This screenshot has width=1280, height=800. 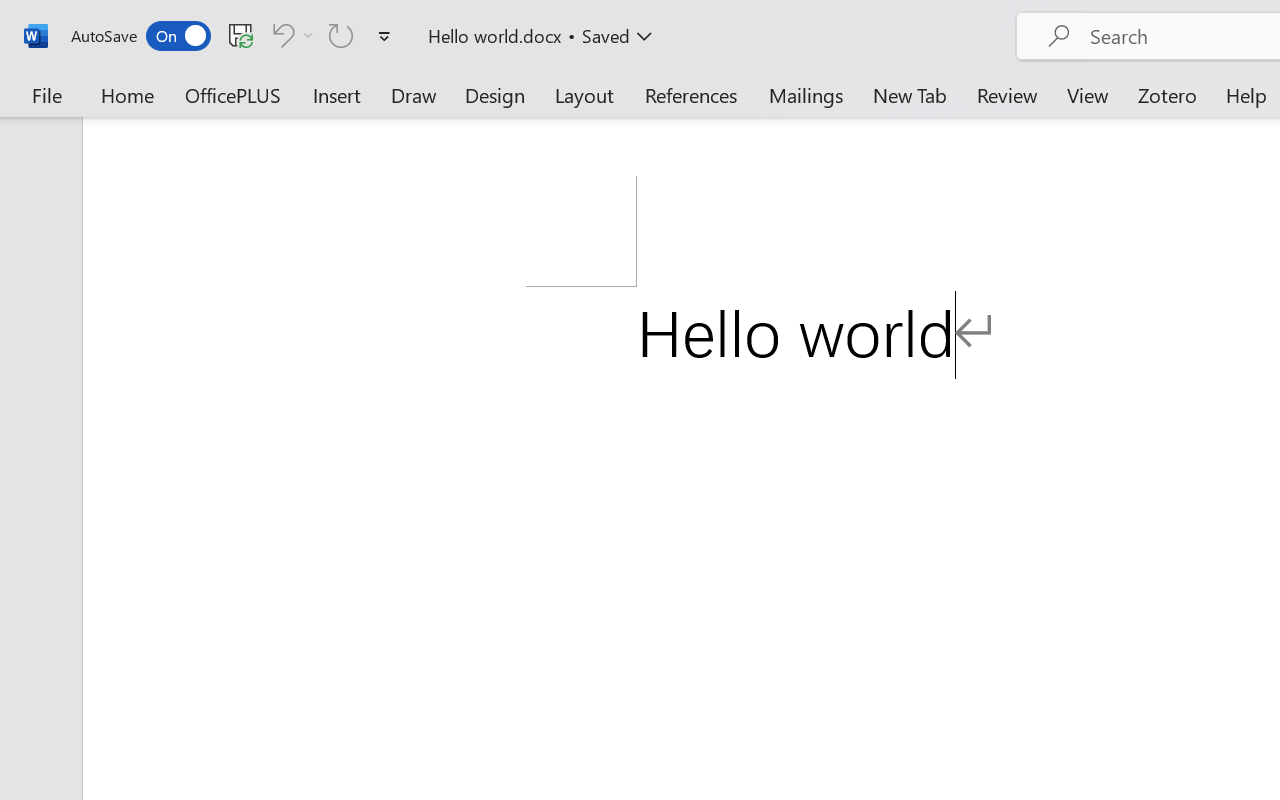 I want to click on 'More Options', so click(x=308, y=34).